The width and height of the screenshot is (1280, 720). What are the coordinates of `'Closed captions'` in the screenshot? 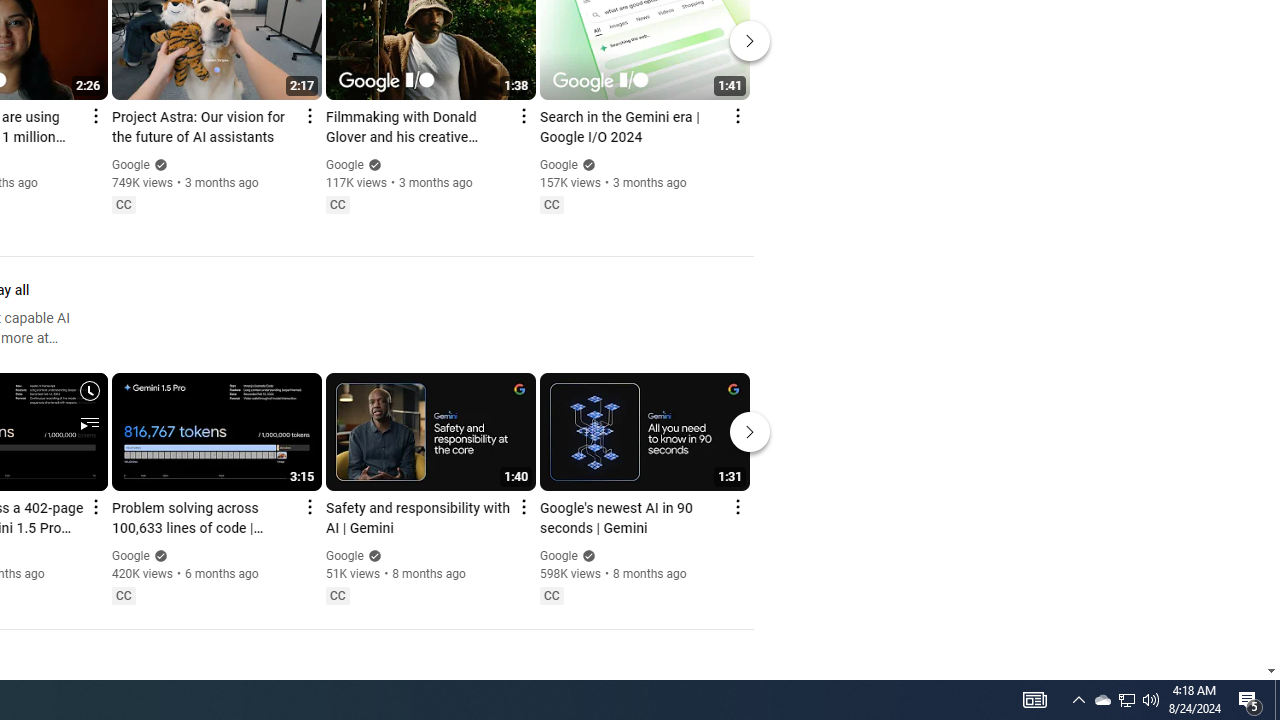 It's located at (551, 594).